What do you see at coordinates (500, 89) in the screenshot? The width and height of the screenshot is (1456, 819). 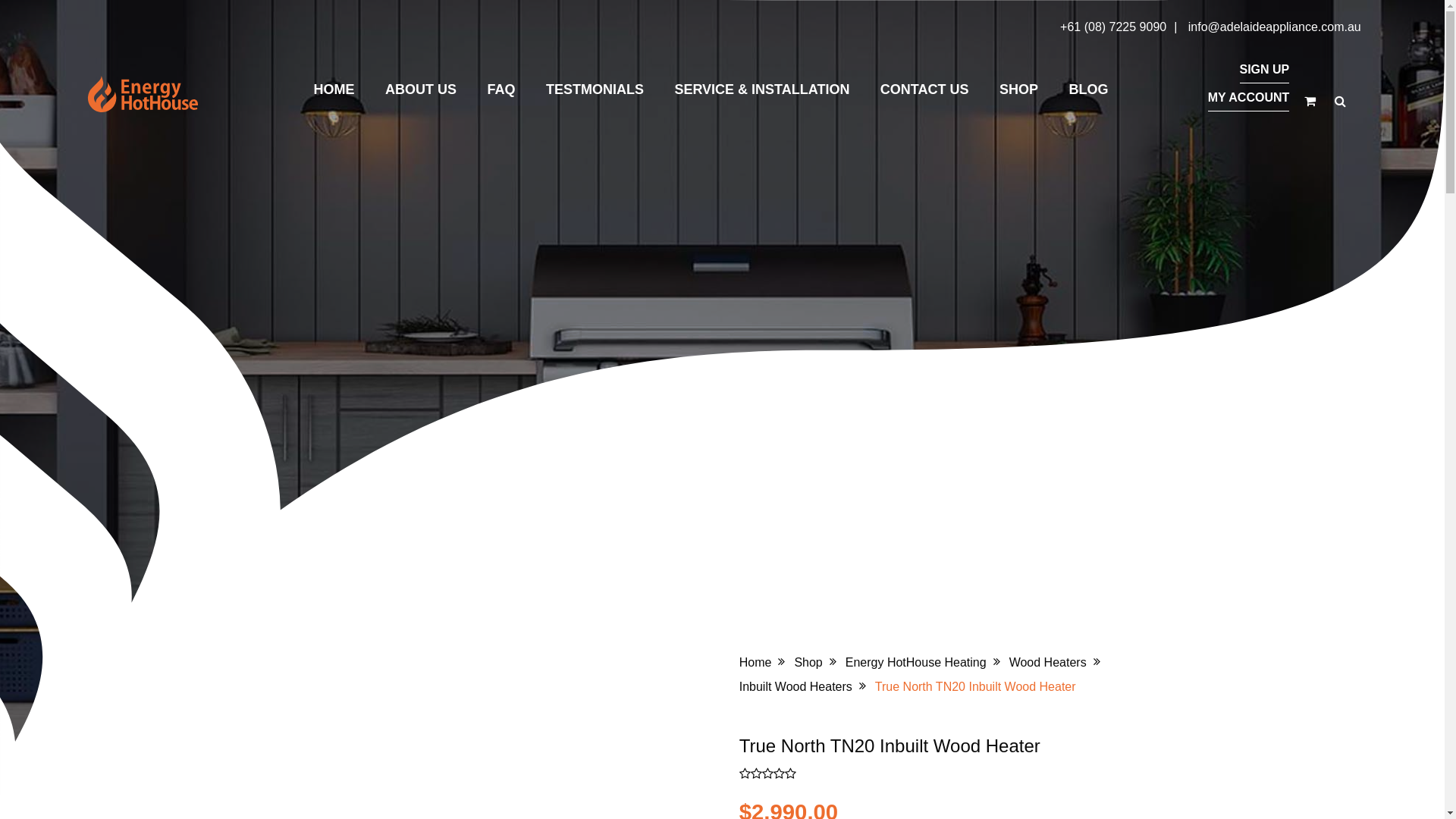 I see `'FAQ'` at bounding box center [500, 89].